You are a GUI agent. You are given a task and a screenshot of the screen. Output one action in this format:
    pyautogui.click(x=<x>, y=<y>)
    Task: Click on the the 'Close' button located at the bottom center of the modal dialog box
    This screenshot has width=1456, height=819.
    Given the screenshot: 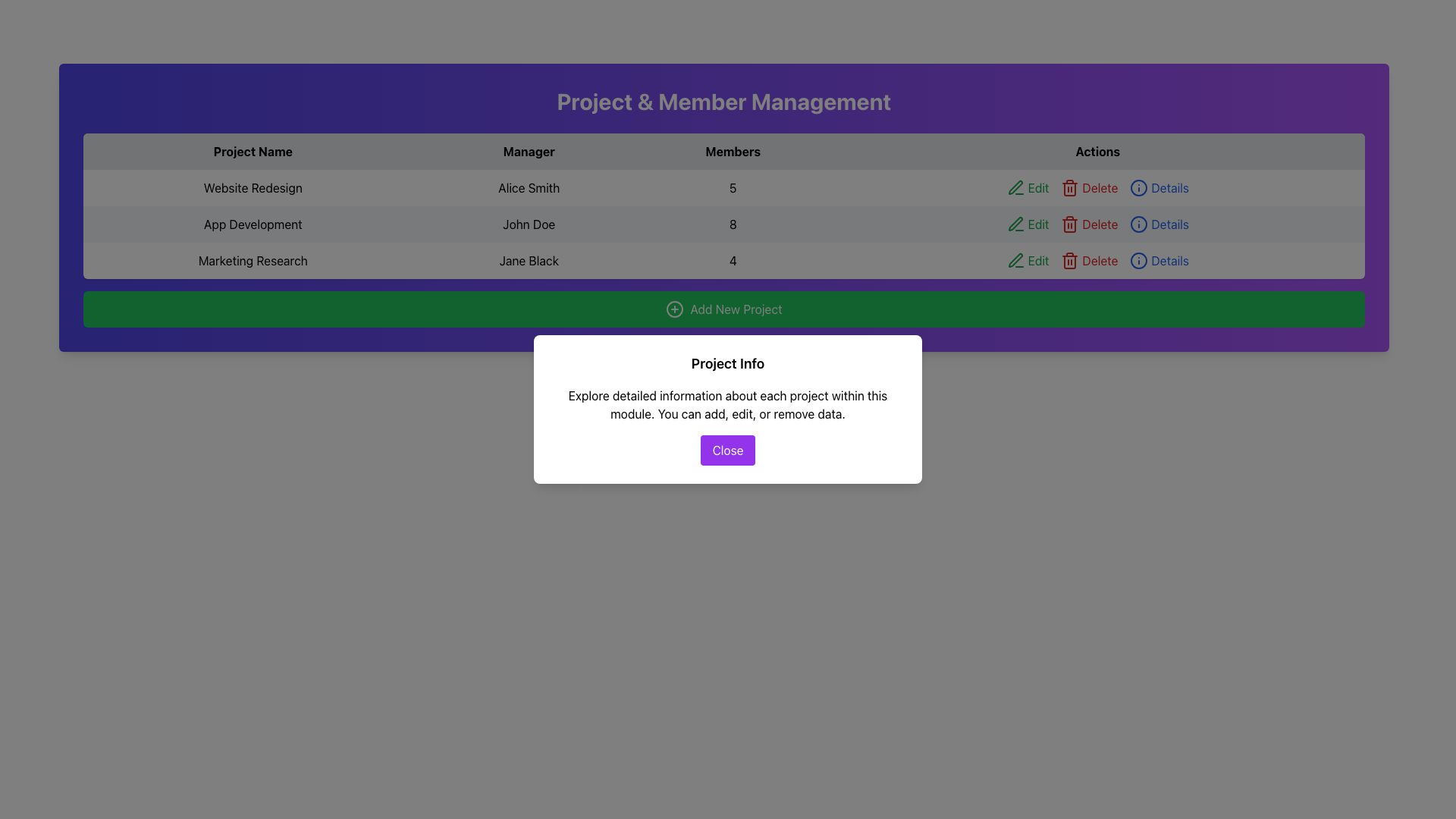 What is the action you would take?
    pyautogui.click(x=728, y=450)
    